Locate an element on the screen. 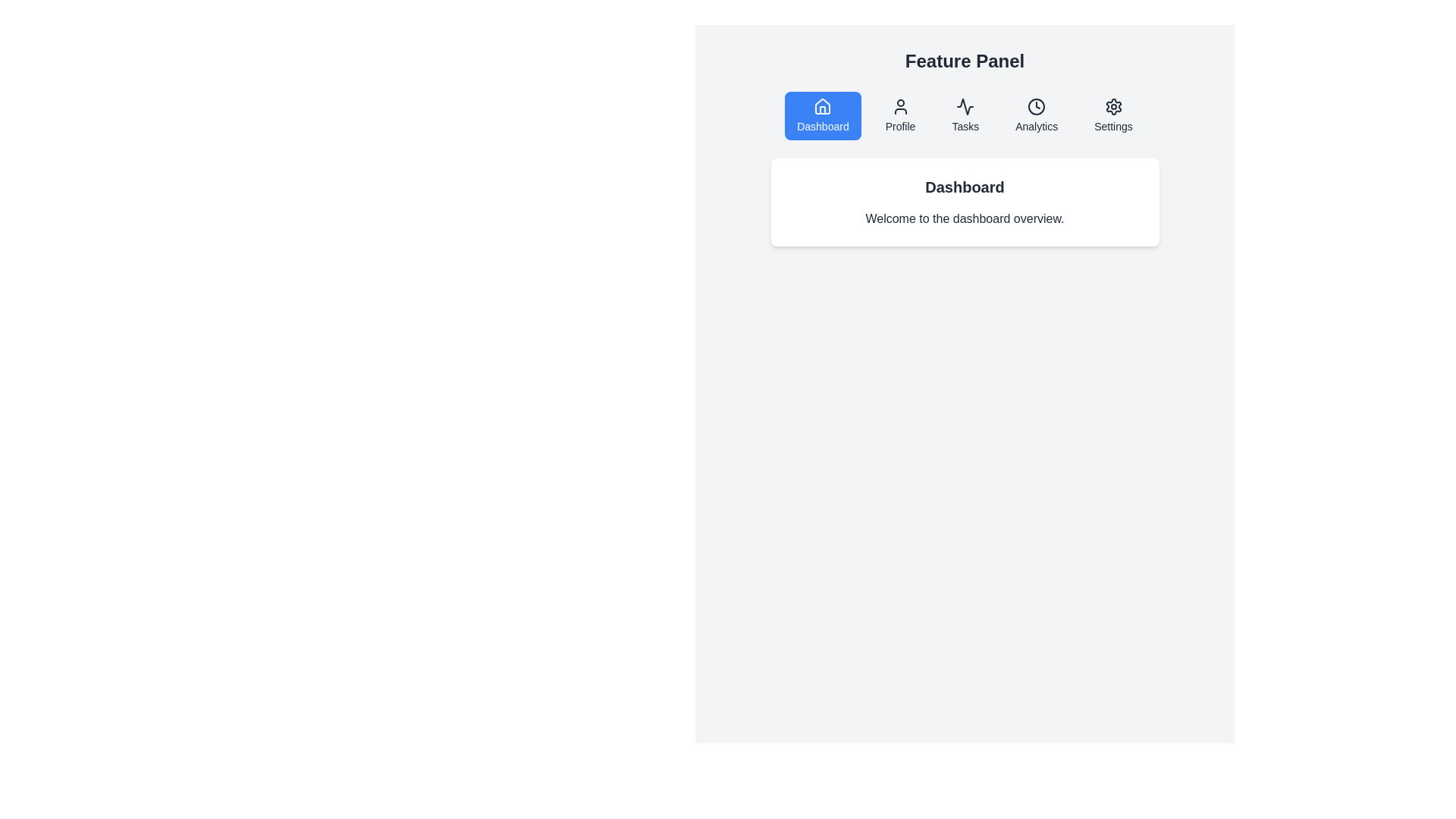 This screenshot has height=819, width=1456. the 'Settings' text label located below the gear icon in the feature navigation menu at the top right corner of the interface is located at coordinates (1113, 125).